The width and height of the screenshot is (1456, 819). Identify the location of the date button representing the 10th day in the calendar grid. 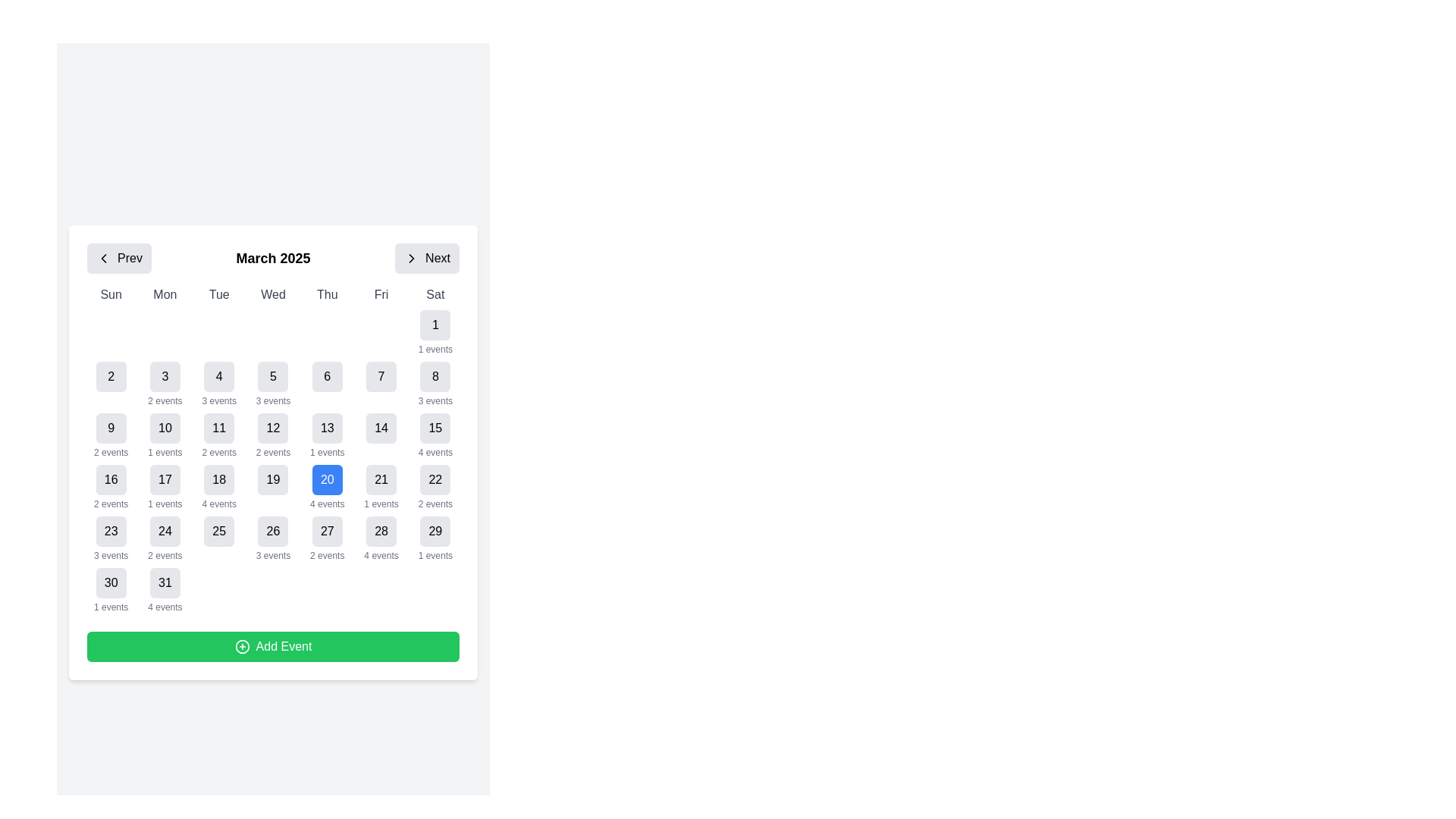
(165, 428).